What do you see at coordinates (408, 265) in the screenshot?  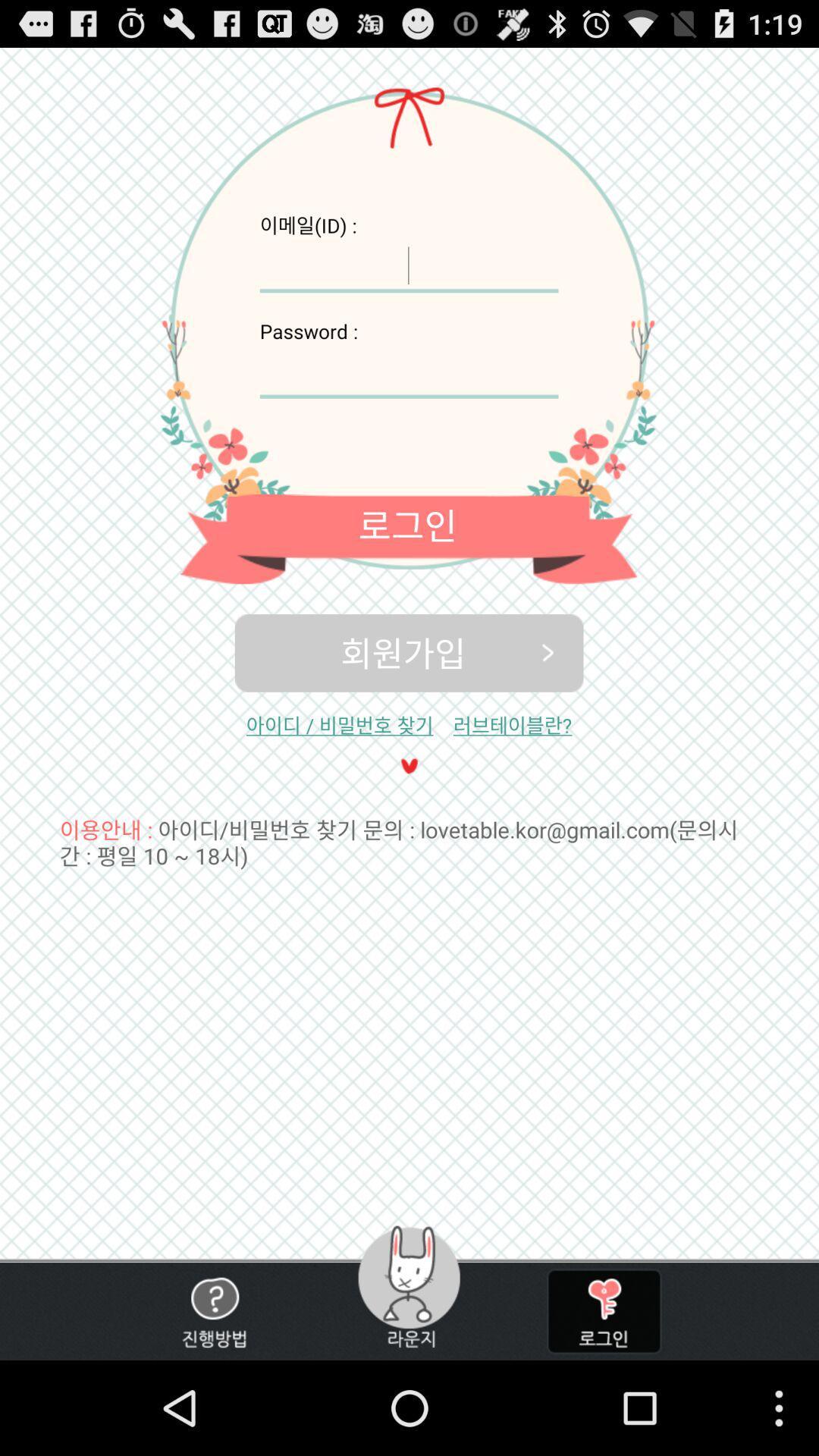 I see `user name enter option` at bounding box center [408, 265].